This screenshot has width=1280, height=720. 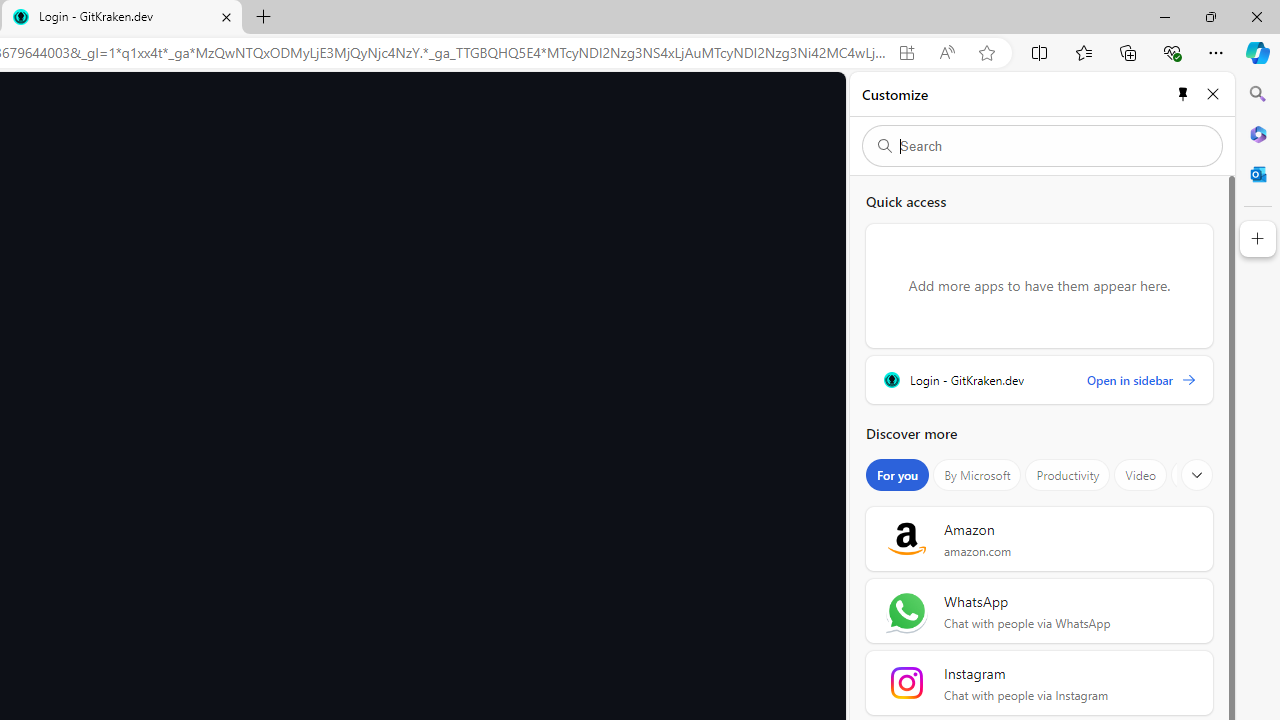 I want to click on 'By Microsoft', so click(x=977, y=475).